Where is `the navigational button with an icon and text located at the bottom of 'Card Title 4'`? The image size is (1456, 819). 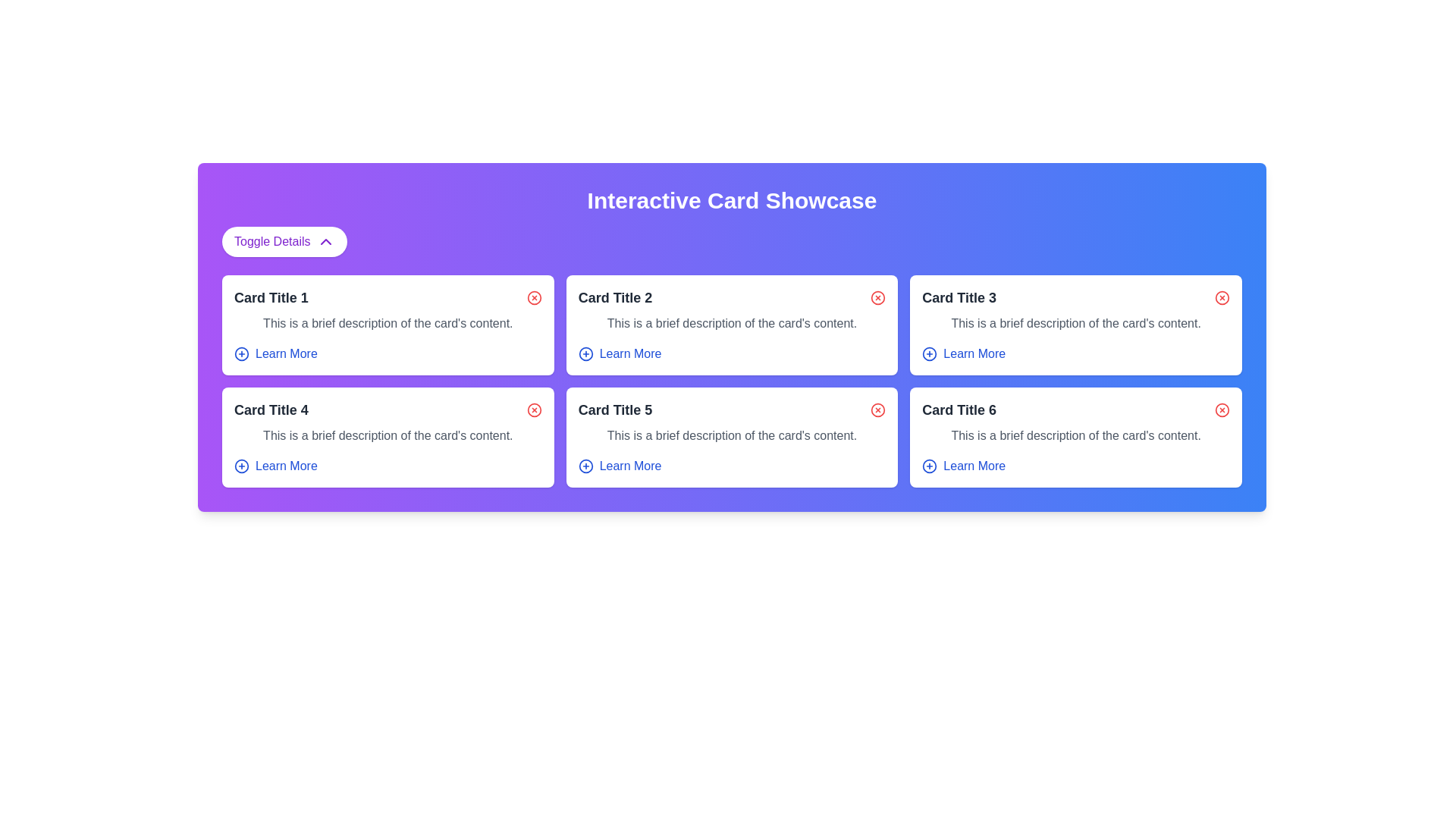
the navigational button with an icon and text located at the bottom of 'Card Title 4' is located at coordinates (275, 465).